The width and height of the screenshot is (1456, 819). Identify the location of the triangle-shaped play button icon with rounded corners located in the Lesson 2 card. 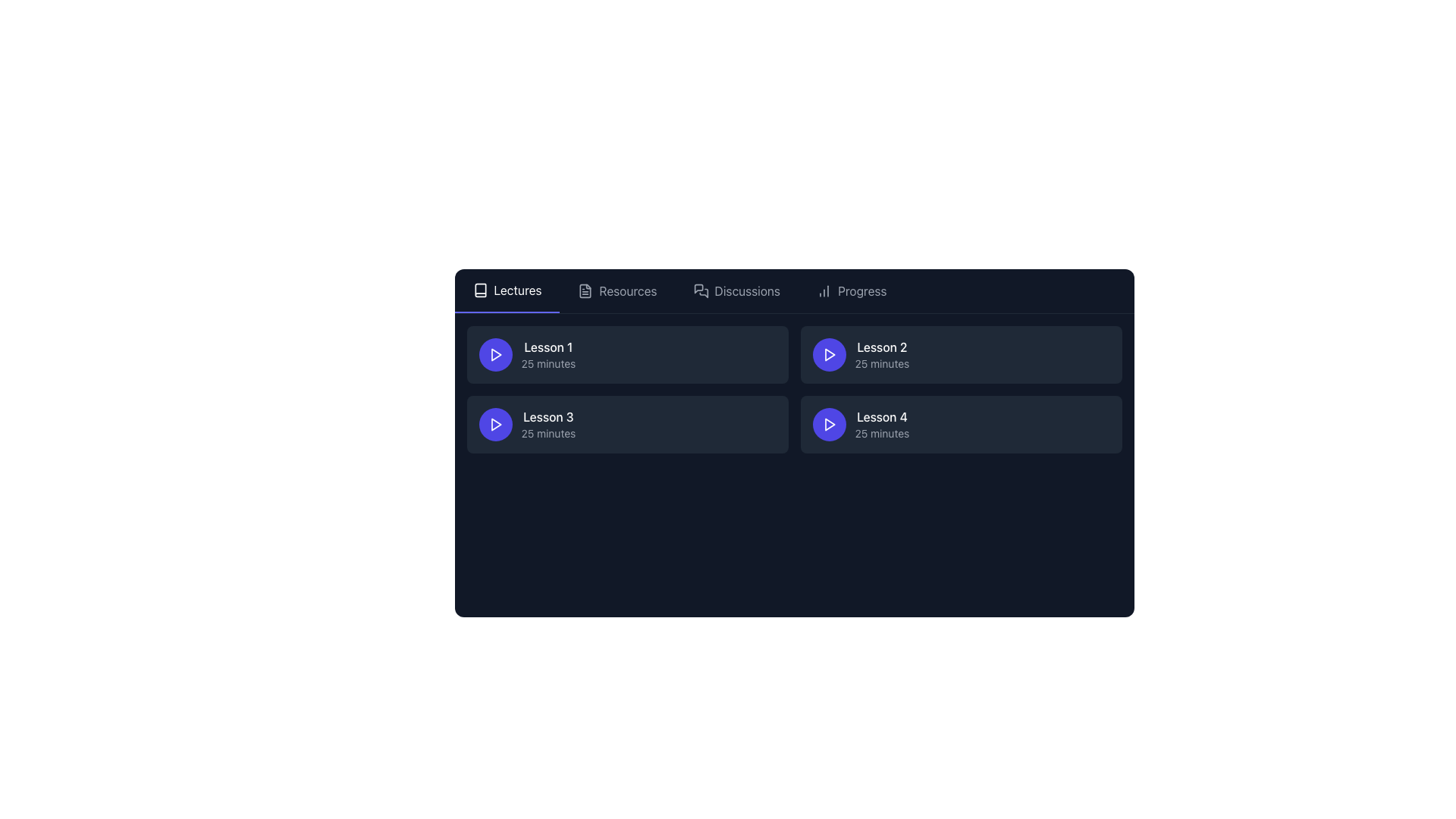
(829, 354).